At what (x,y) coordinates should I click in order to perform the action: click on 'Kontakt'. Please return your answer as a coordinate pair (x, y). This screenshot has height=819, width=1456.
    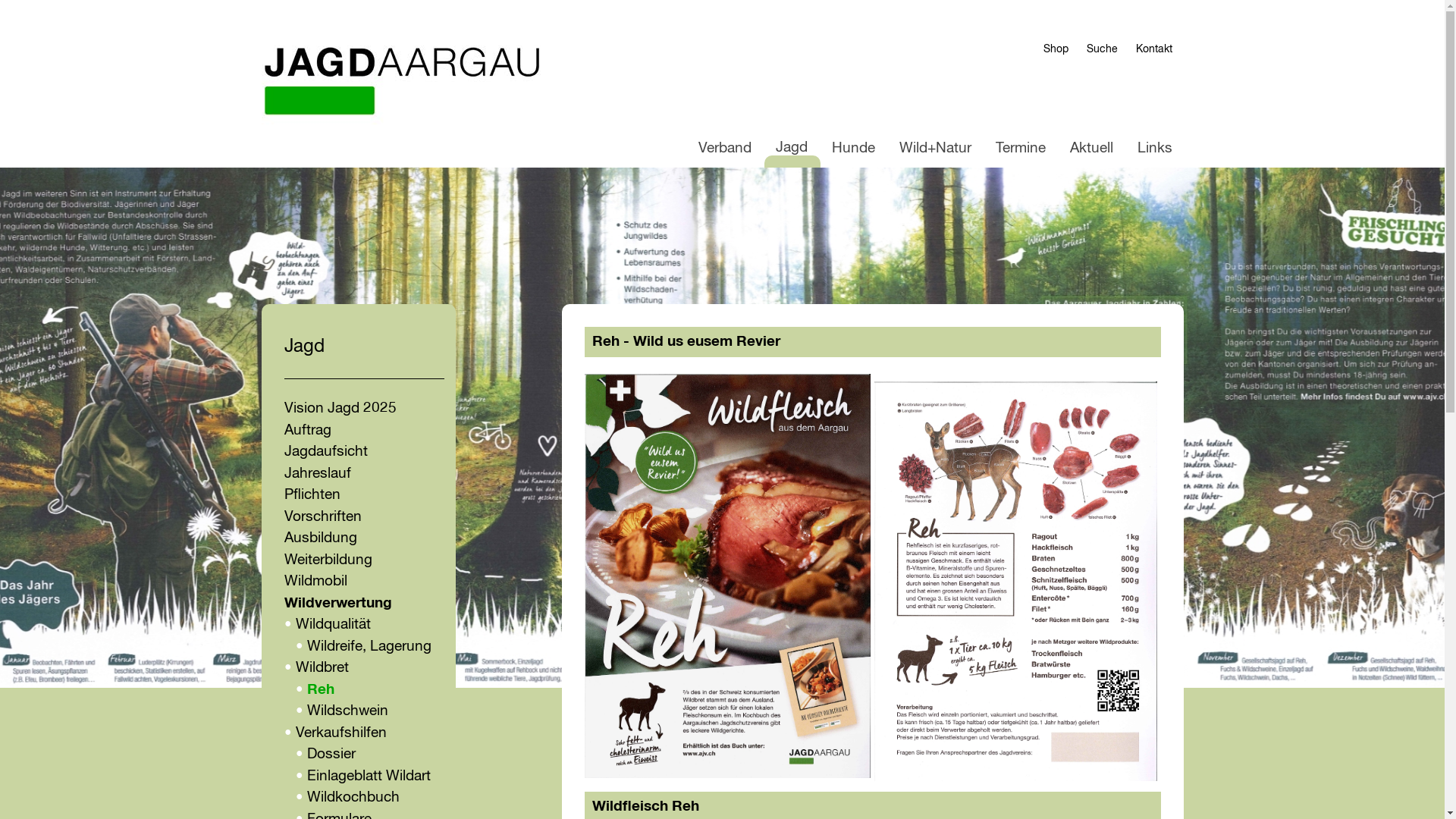
    Looking at the image, I should click on (1153, 49).